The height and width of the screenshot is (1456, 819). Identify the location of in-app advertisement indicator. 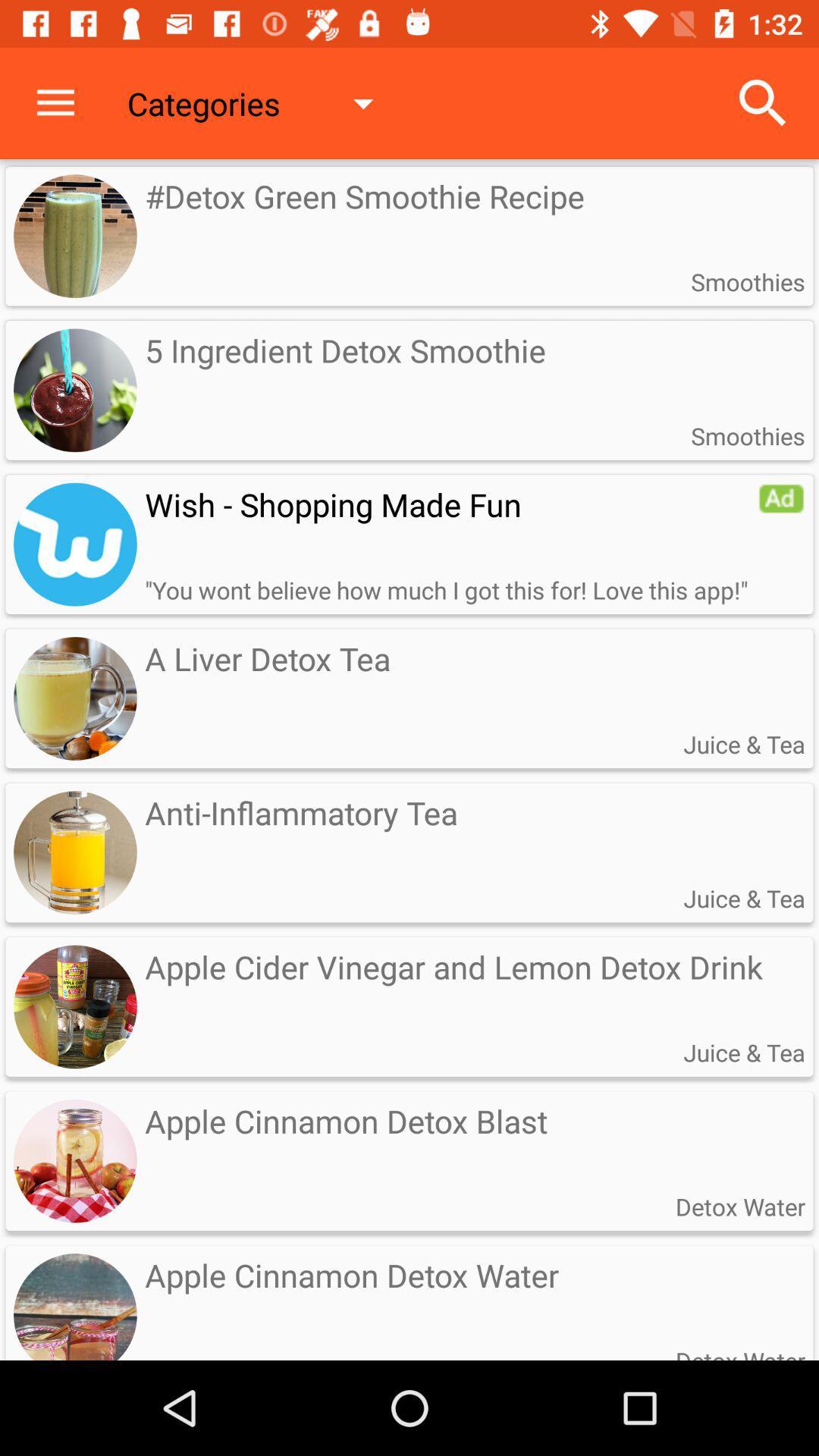
(781, 498).